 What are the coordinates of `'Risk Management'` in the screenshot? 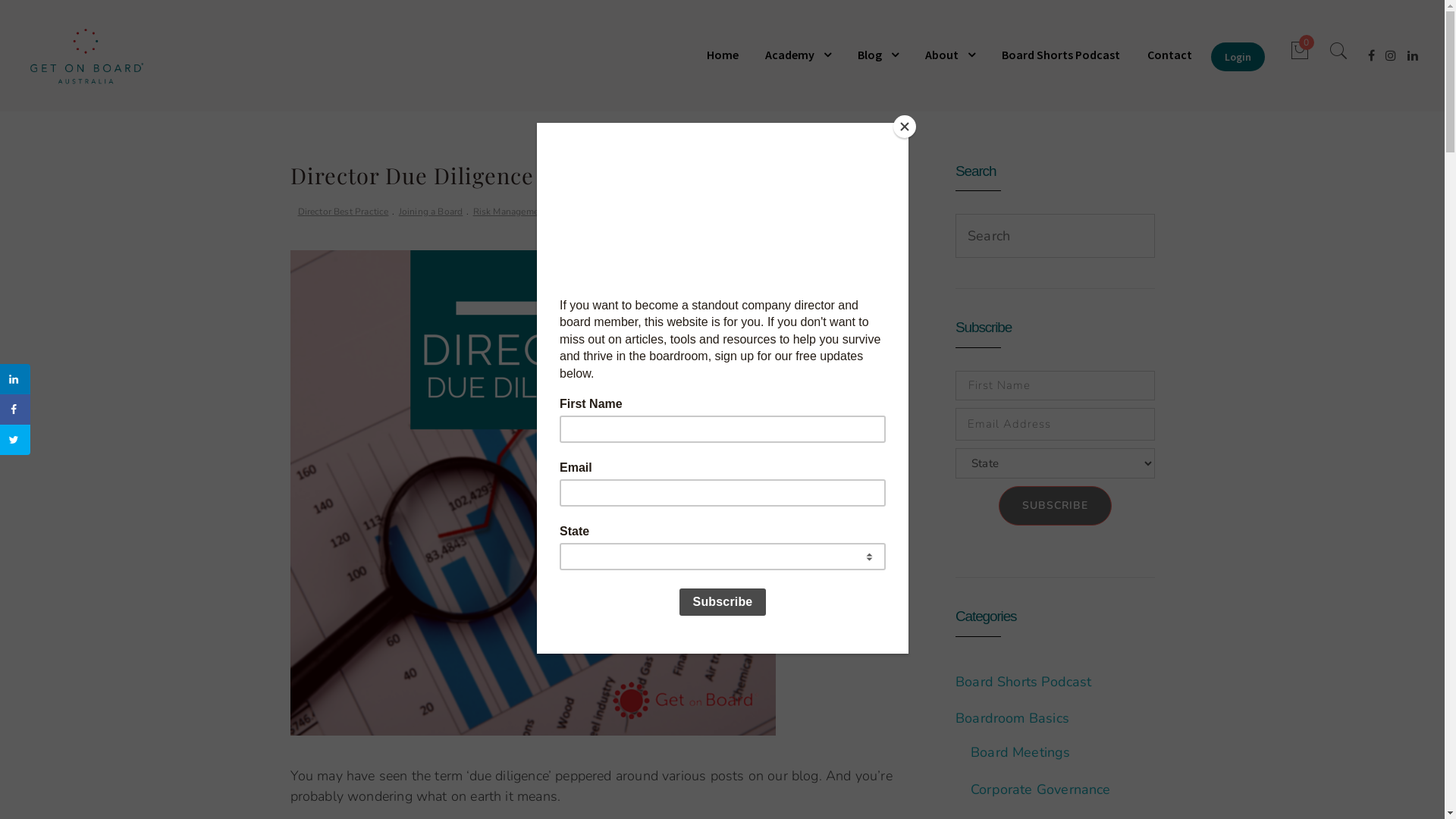 It's located at (510, 212).